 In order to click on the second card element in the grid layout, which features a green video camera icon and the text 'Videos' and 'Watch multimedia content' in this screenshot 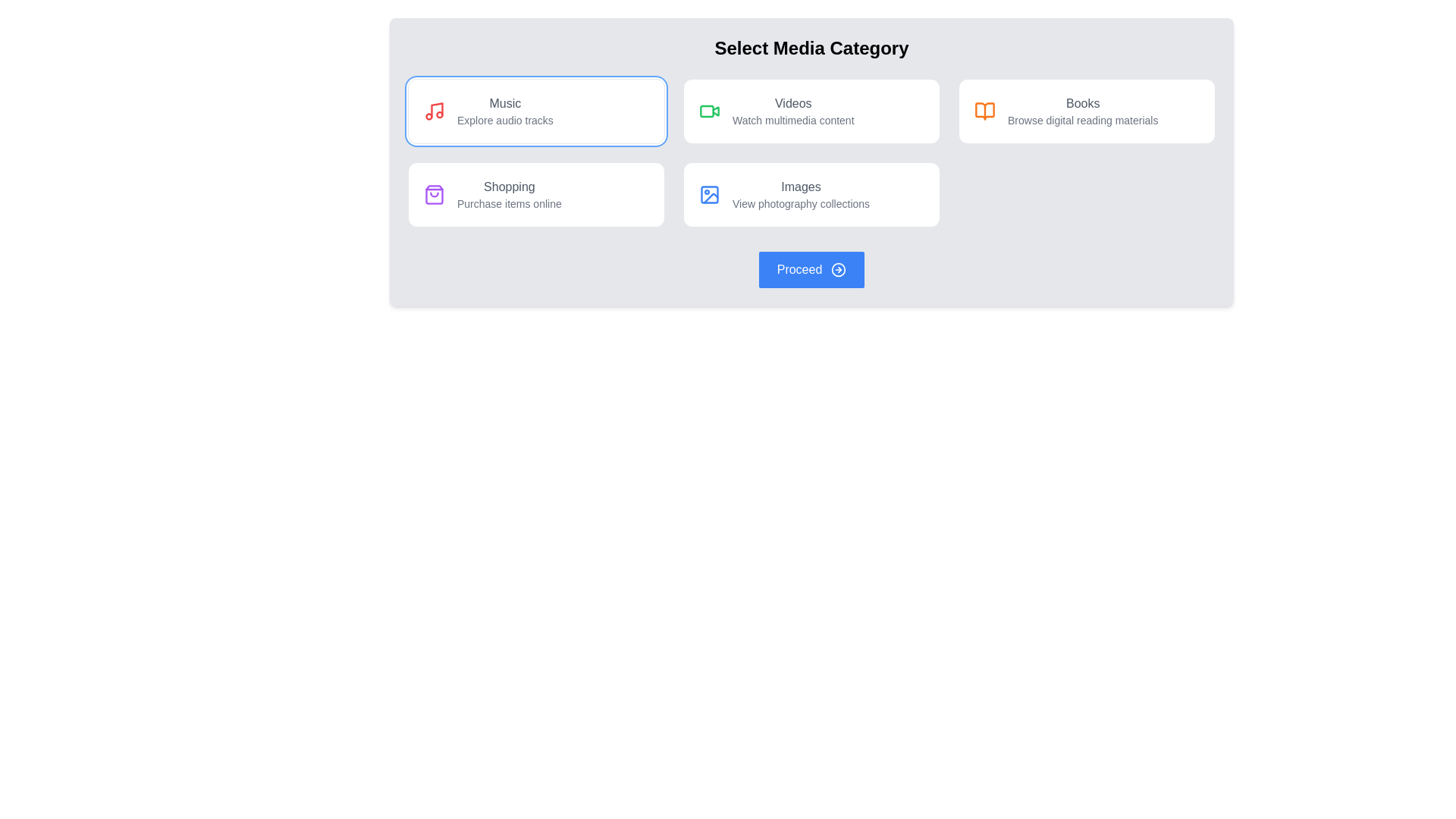, I will do `click(811, 110)`.